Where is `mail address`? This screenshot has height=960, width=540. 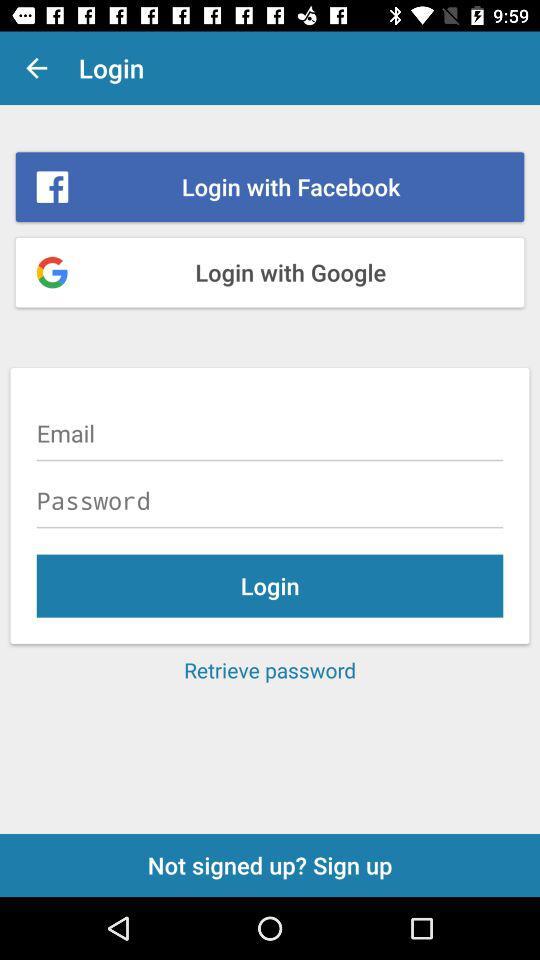 mail address is located at coordinates (270, 433).